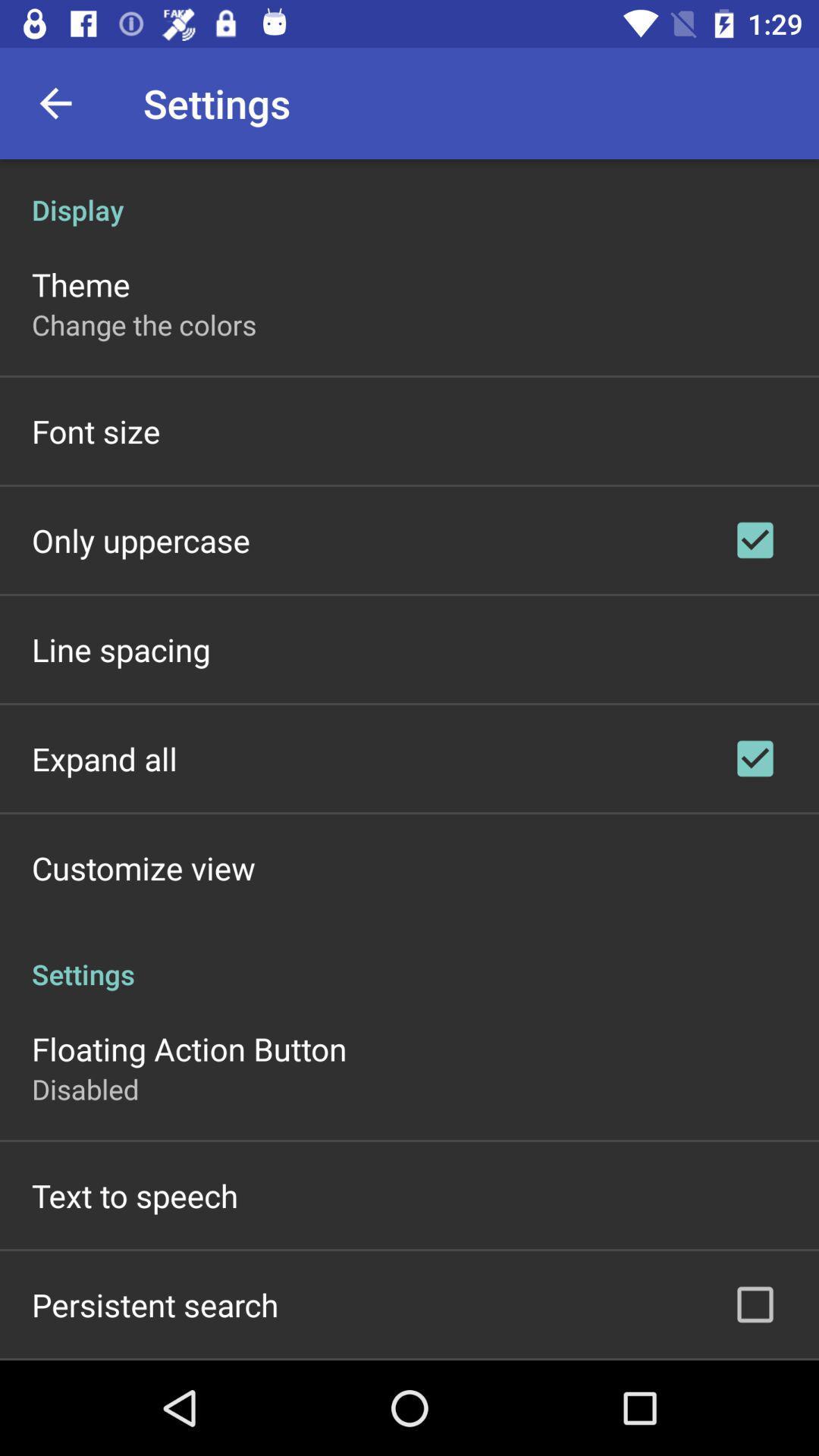 The image size is (819, 1456). Describe the element at coordinates (120, 649) in the screenshot. I see `the line spacing` at that location.